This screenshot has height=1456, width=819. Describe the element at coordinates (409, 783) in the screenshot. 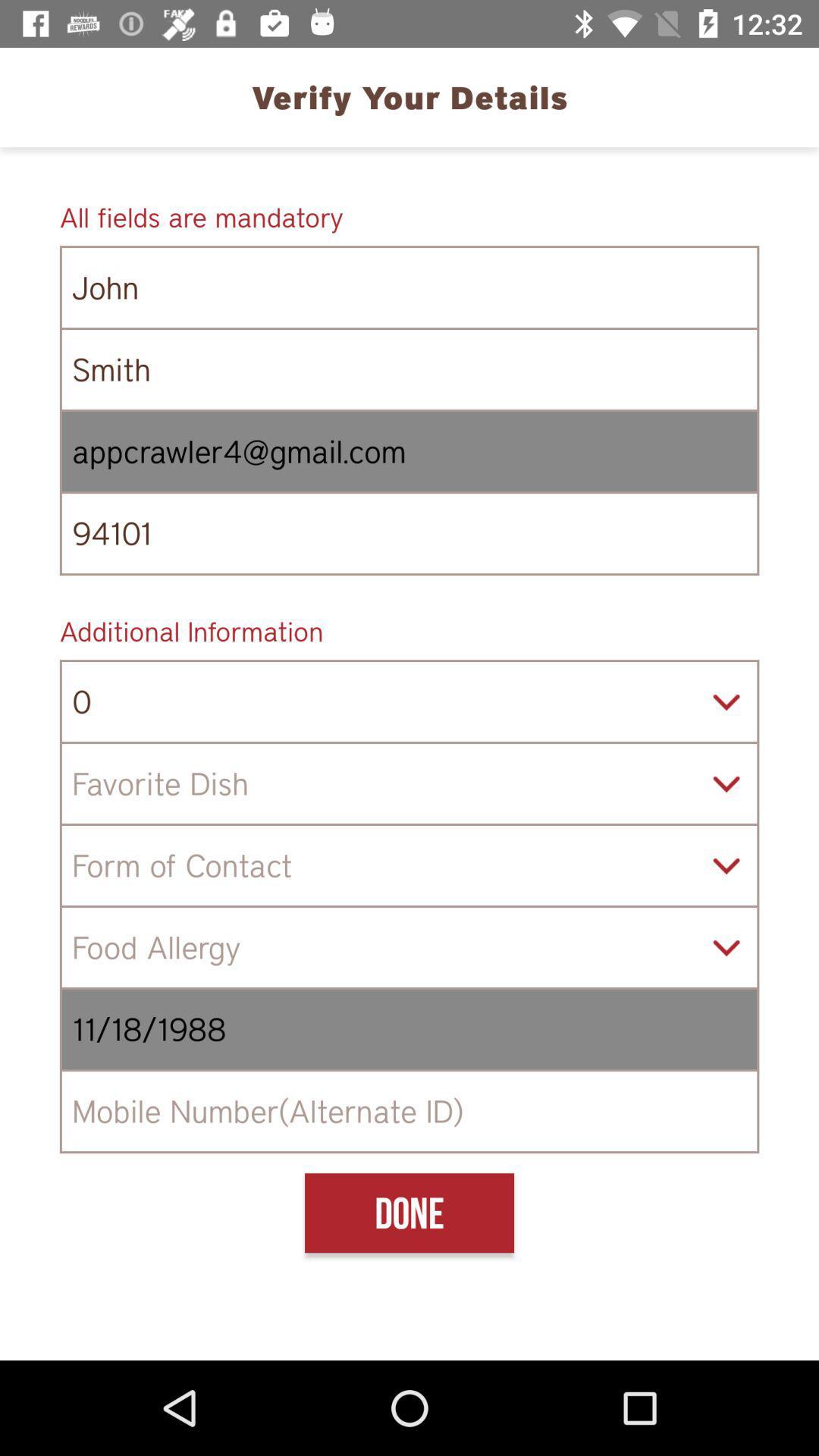

I see `food drop down box` at that location.